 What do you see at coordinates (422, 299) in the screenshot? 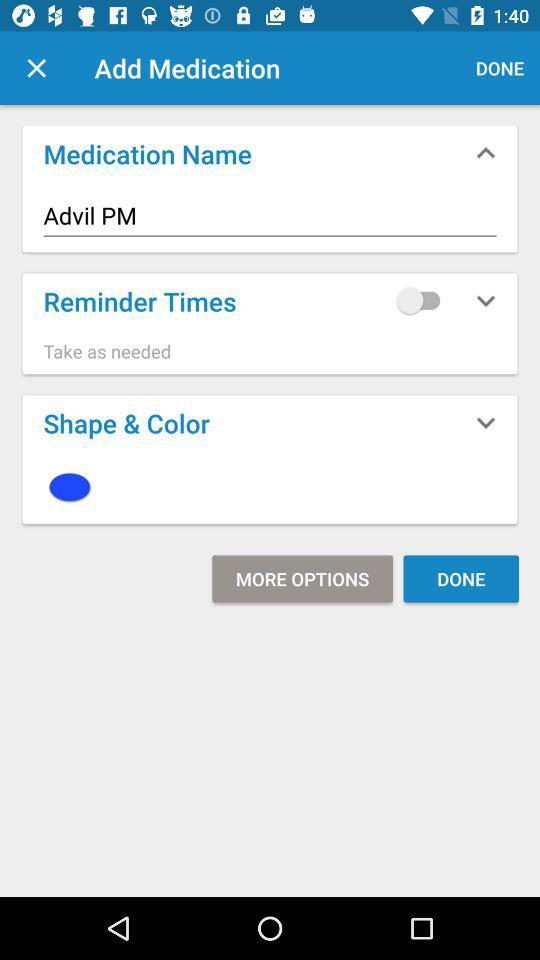
I see `the item above the take as needed icon` at bounding box center [422, 299].